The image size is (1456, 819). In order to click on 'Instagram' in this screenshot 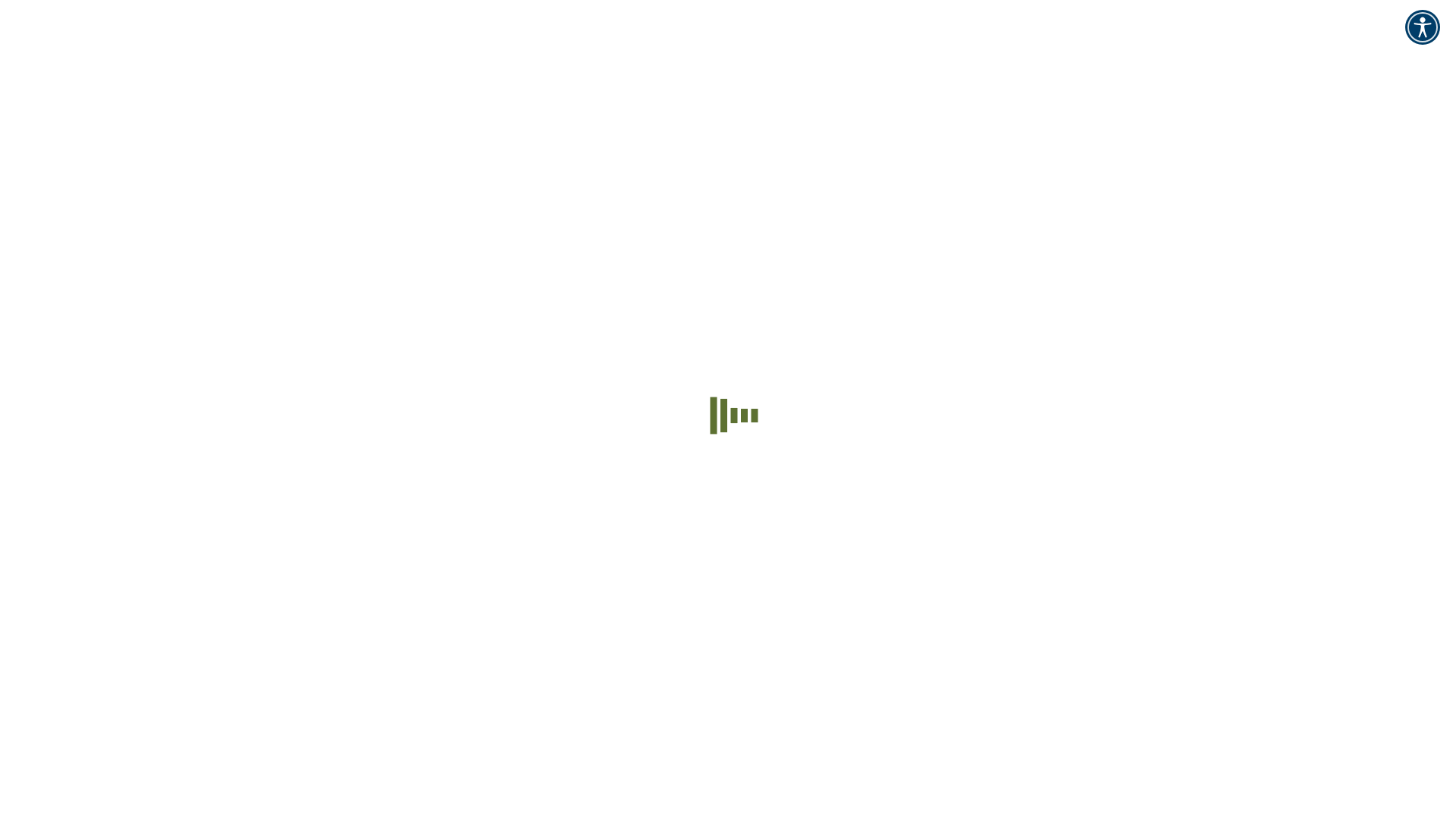, I will do `click(136, 559)`.